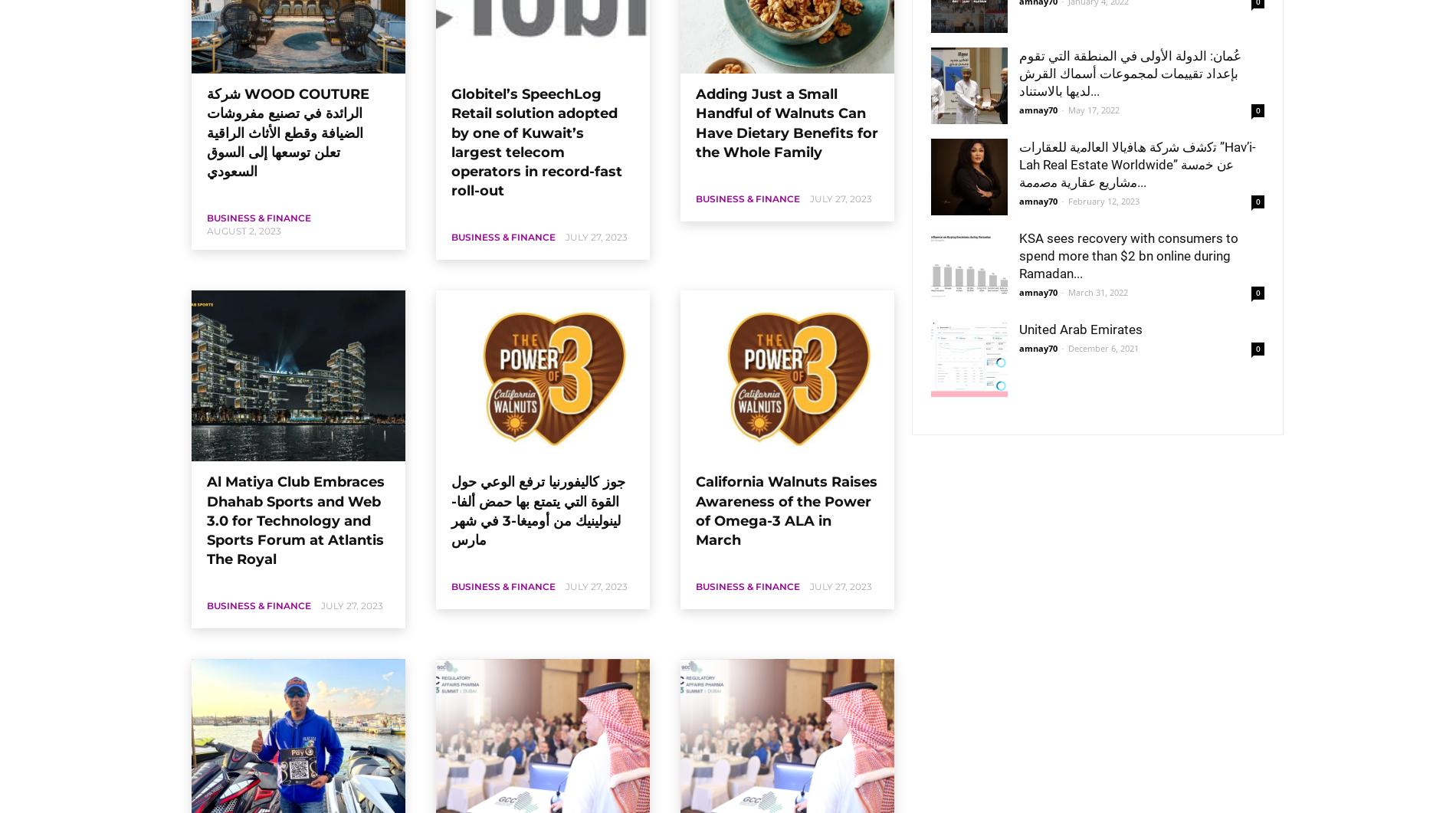 The width and height of the screenshot is (1456, 813). Describe the element at coordinates (1103, 348) in the screenshot. I see `'December 6, 2021'` at that location.